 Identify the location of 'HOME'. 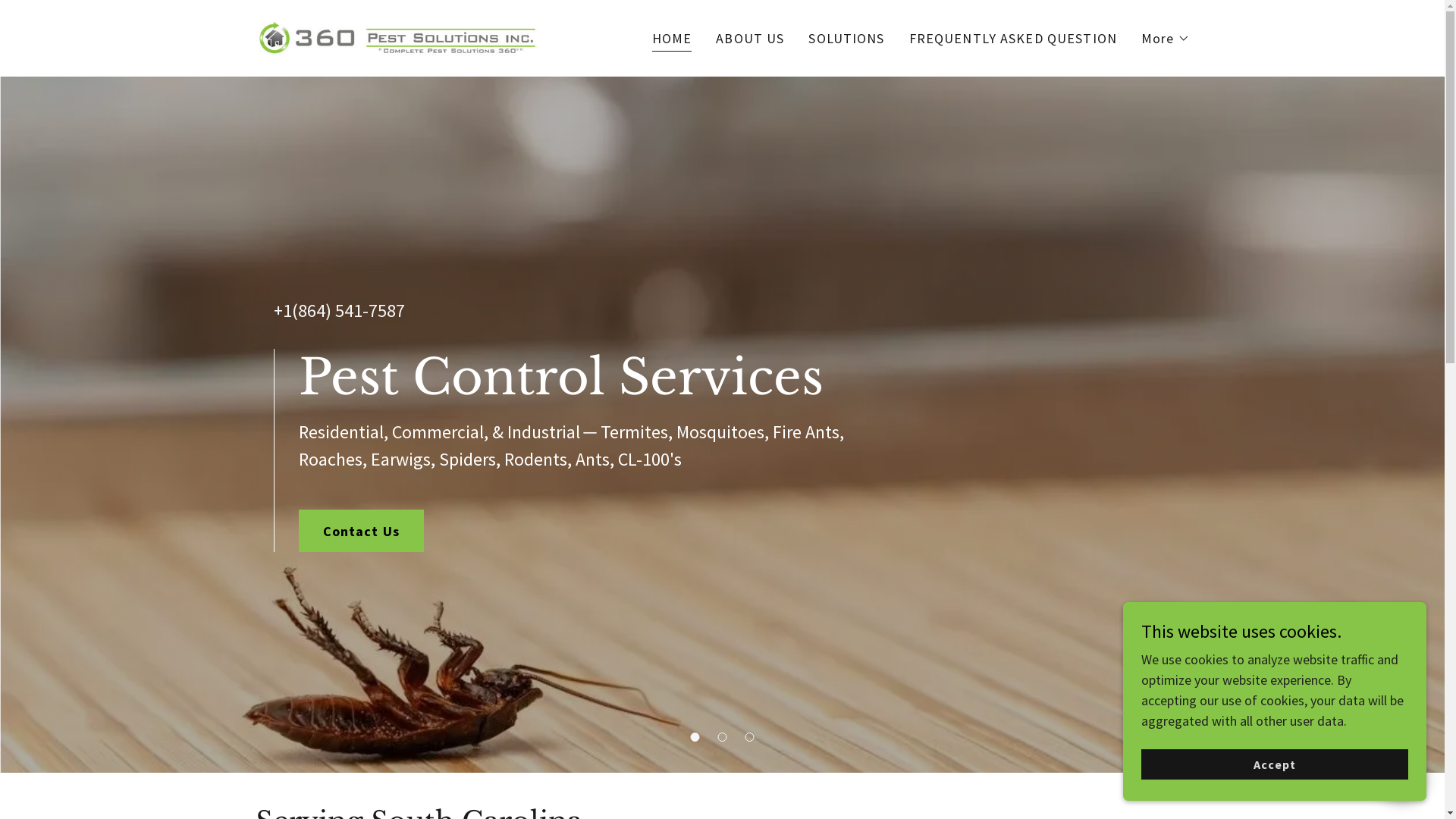
(671, 39).